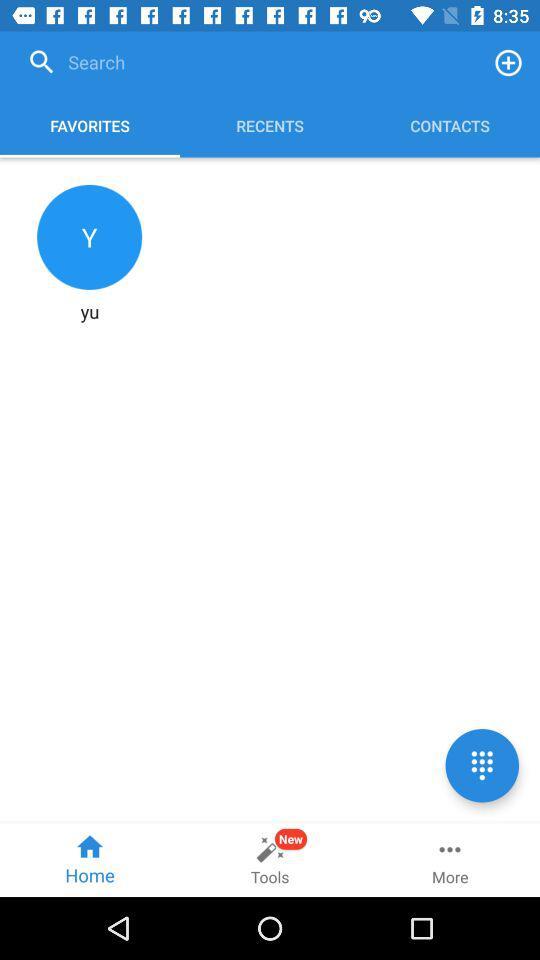 The height and width of the screenshot is (960, 540). I want to click on a new contact, so click(508, 62).